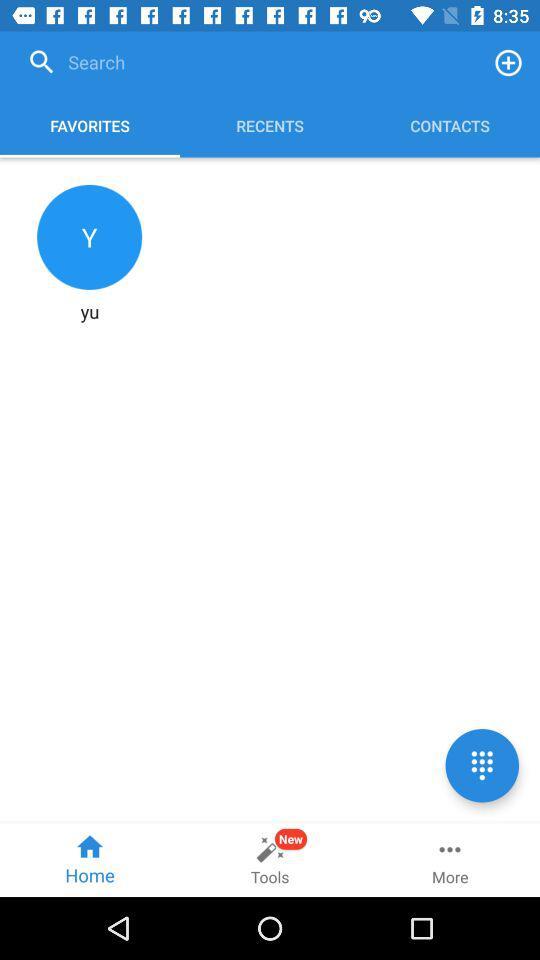 The height and width of the screenshot is (960, 540). I want to click on a new contact, so click(508, 62).